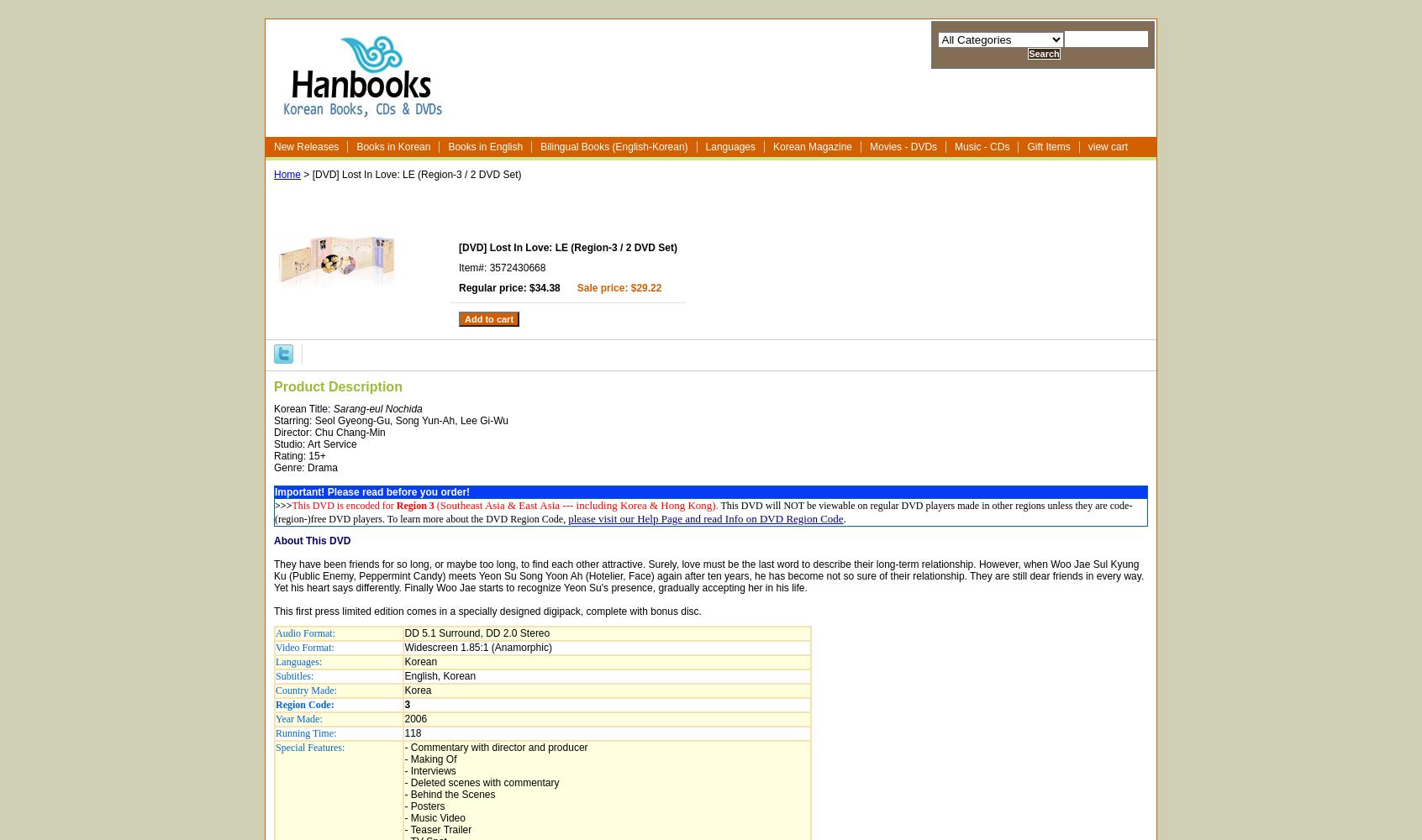 Image resolution: width=1422 pixels, height=840 pixels. What do you see at coordinates (481, 783) in the screenshot?
I see `'- Deleted scenes with commentary'` at bounding box center [481, 783].